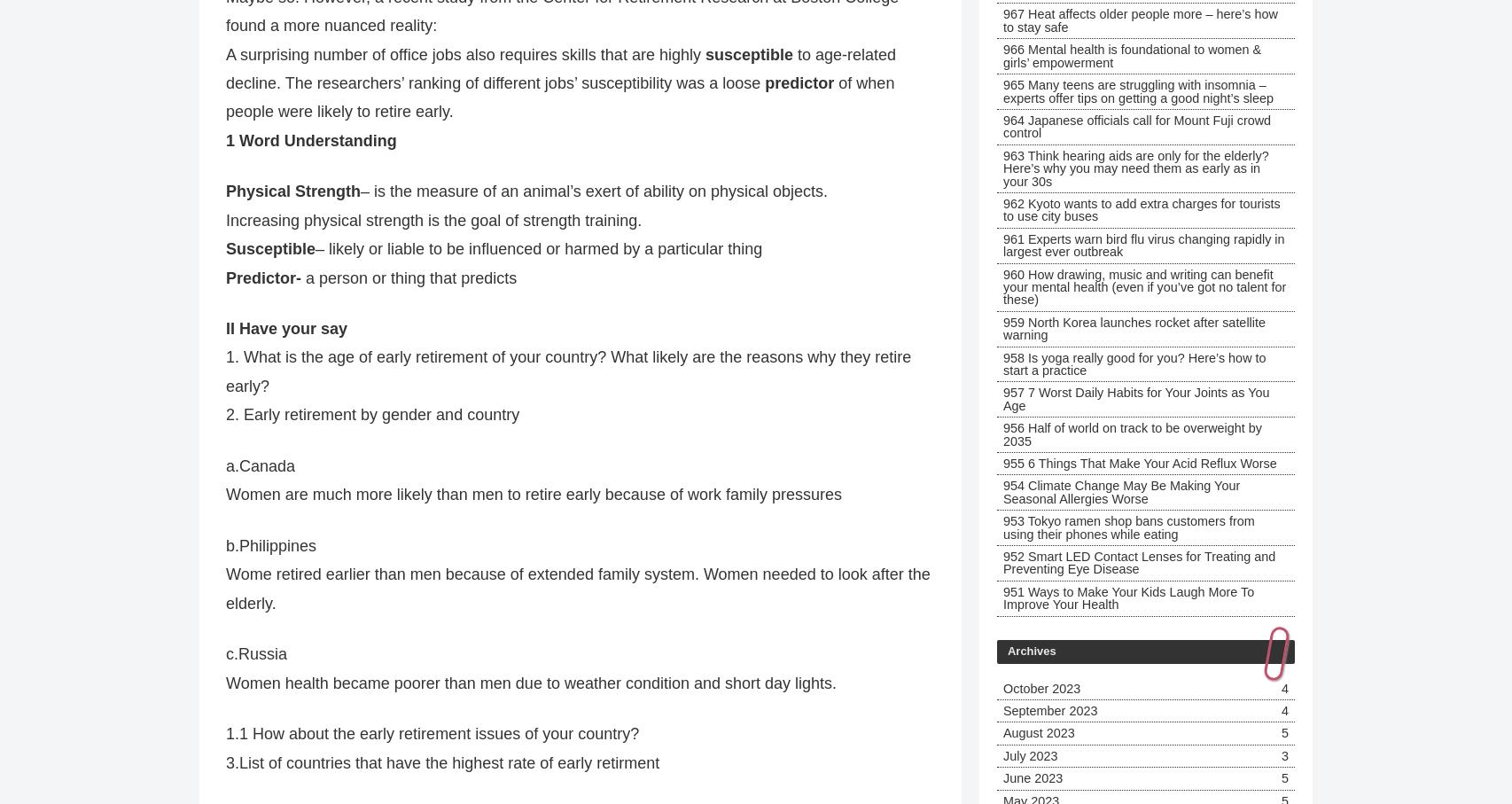  I want to click on '962 Kyoto wants to add extra charges for tourists to use city buses', so click(1141, 209).